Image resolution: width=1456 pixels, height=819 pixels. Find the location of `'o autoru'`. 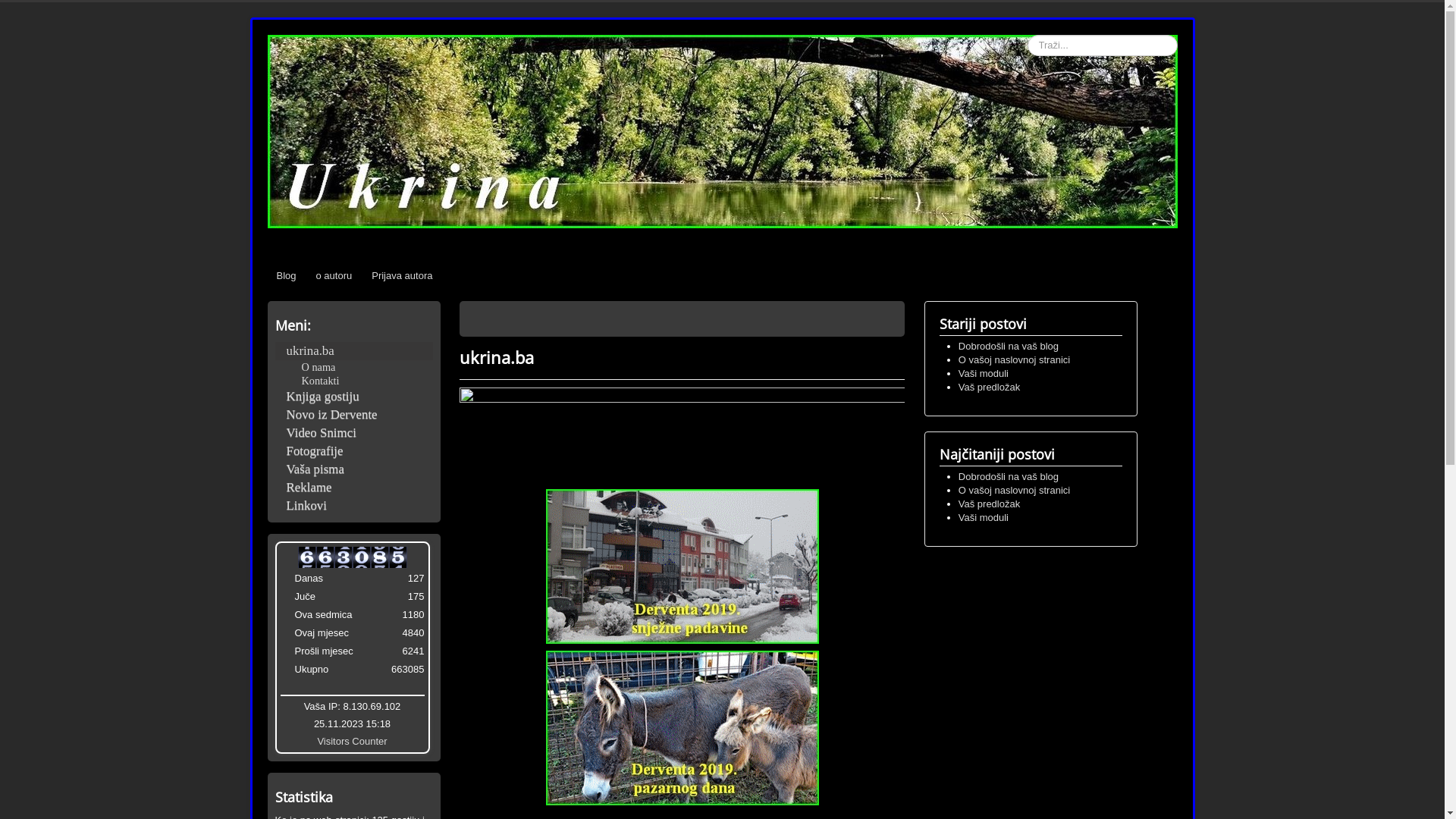

'o autoru' is located at coordinates (334, 275).